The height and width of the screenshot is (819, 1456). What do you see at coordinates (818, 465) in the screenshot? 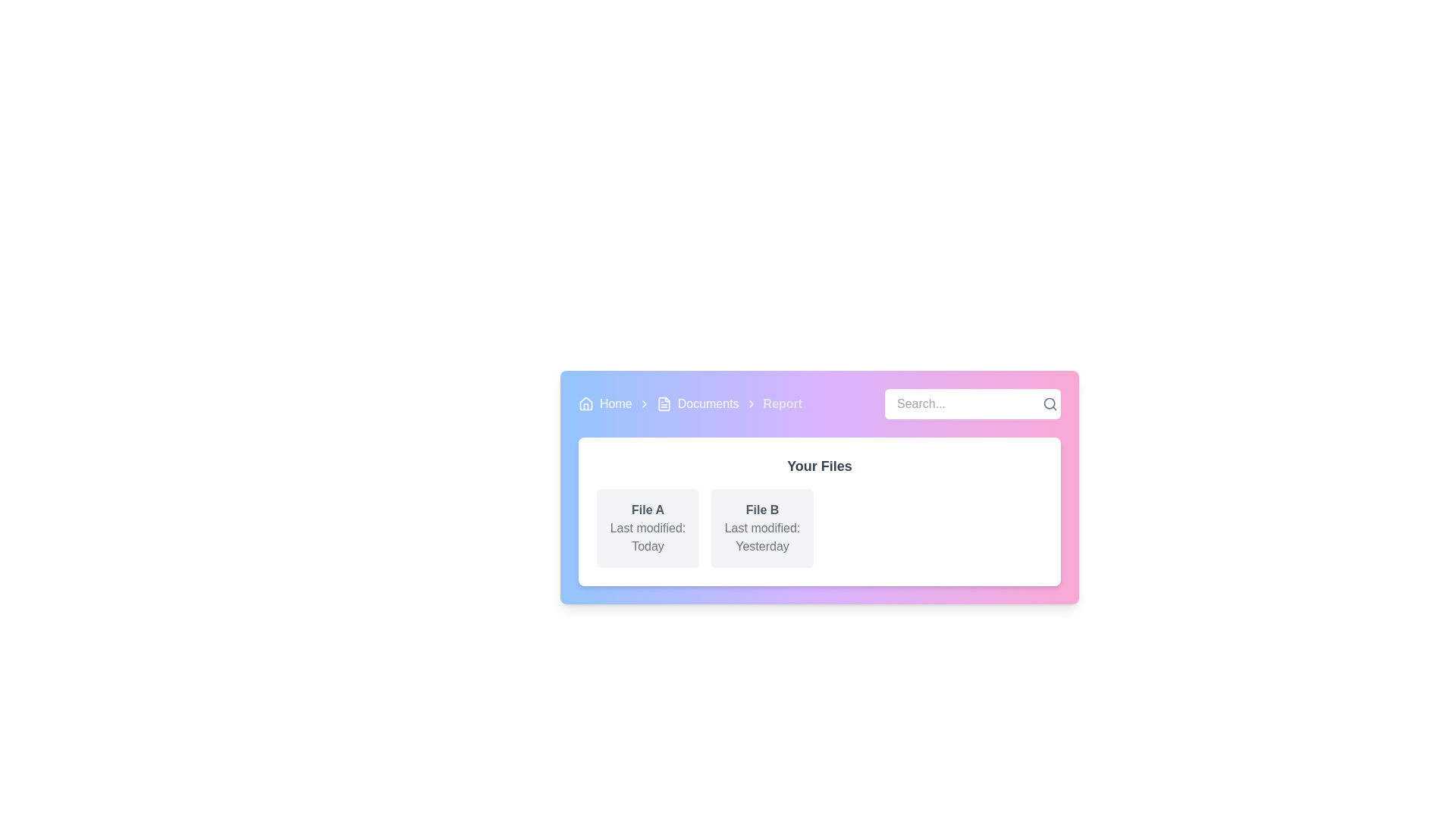
I see `the text label displaying 'Your Files', which is styled in bold gray font and positioned at the top of a white card, centered above 'File A' and 'File B'` at bounding box center [818, 465].